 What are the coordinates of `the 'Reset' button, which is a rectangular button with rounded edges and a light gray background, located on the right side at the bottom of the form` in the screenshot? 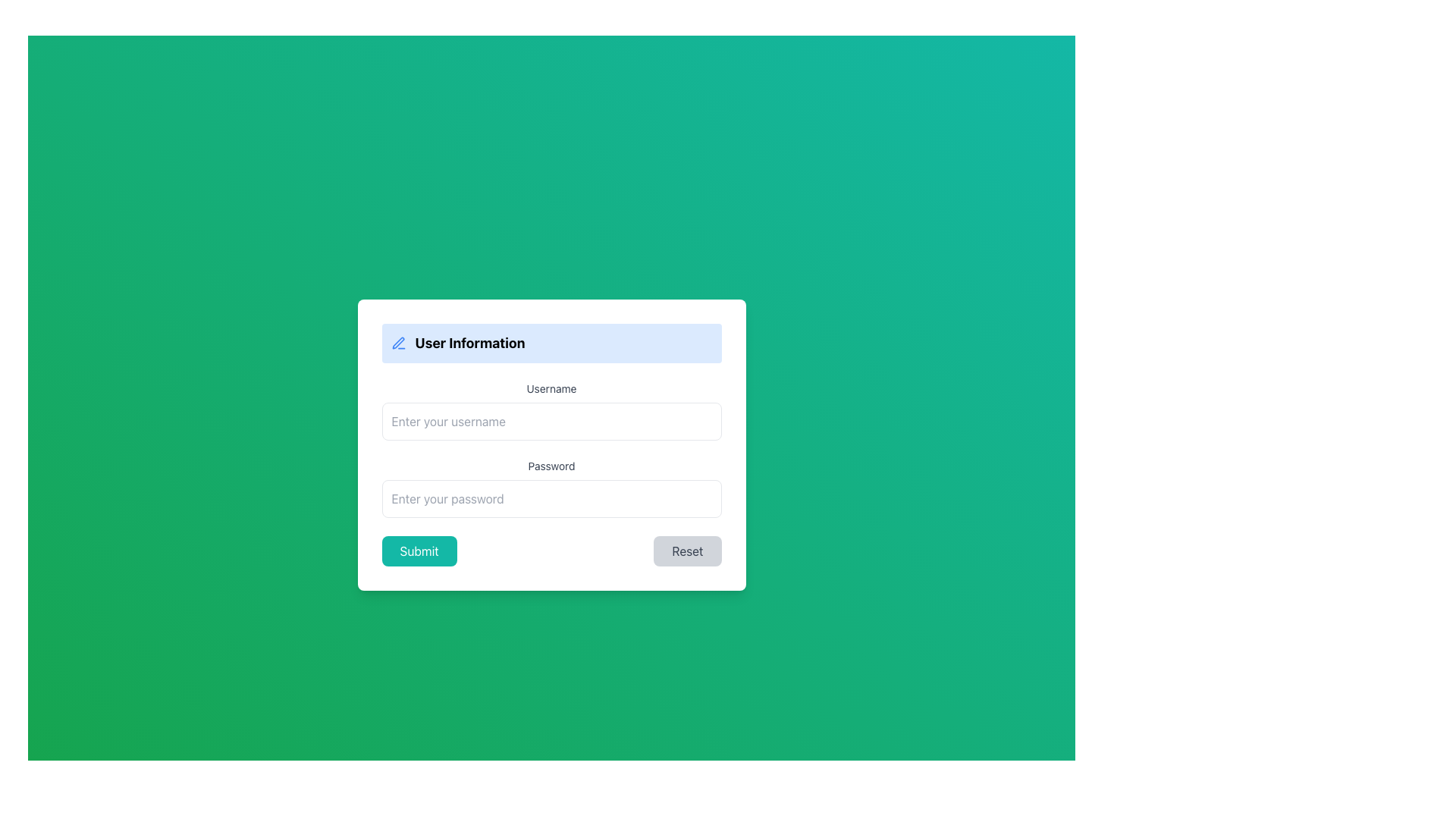 It's located at (687, 551).